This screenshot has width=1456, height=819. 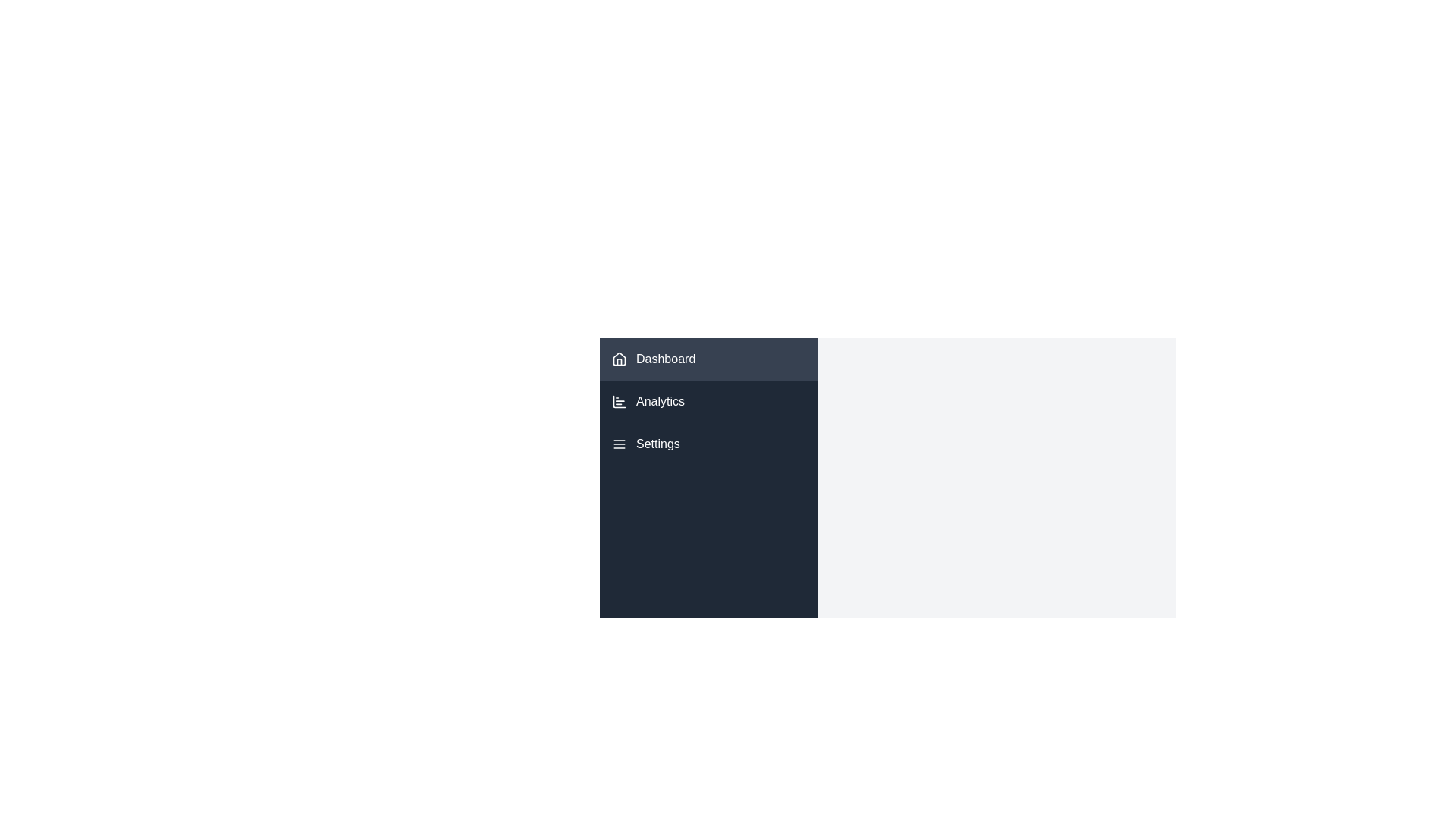 I want to click on the 'Settings' icon located in the sidebar menu, so click(x=619, y=444).